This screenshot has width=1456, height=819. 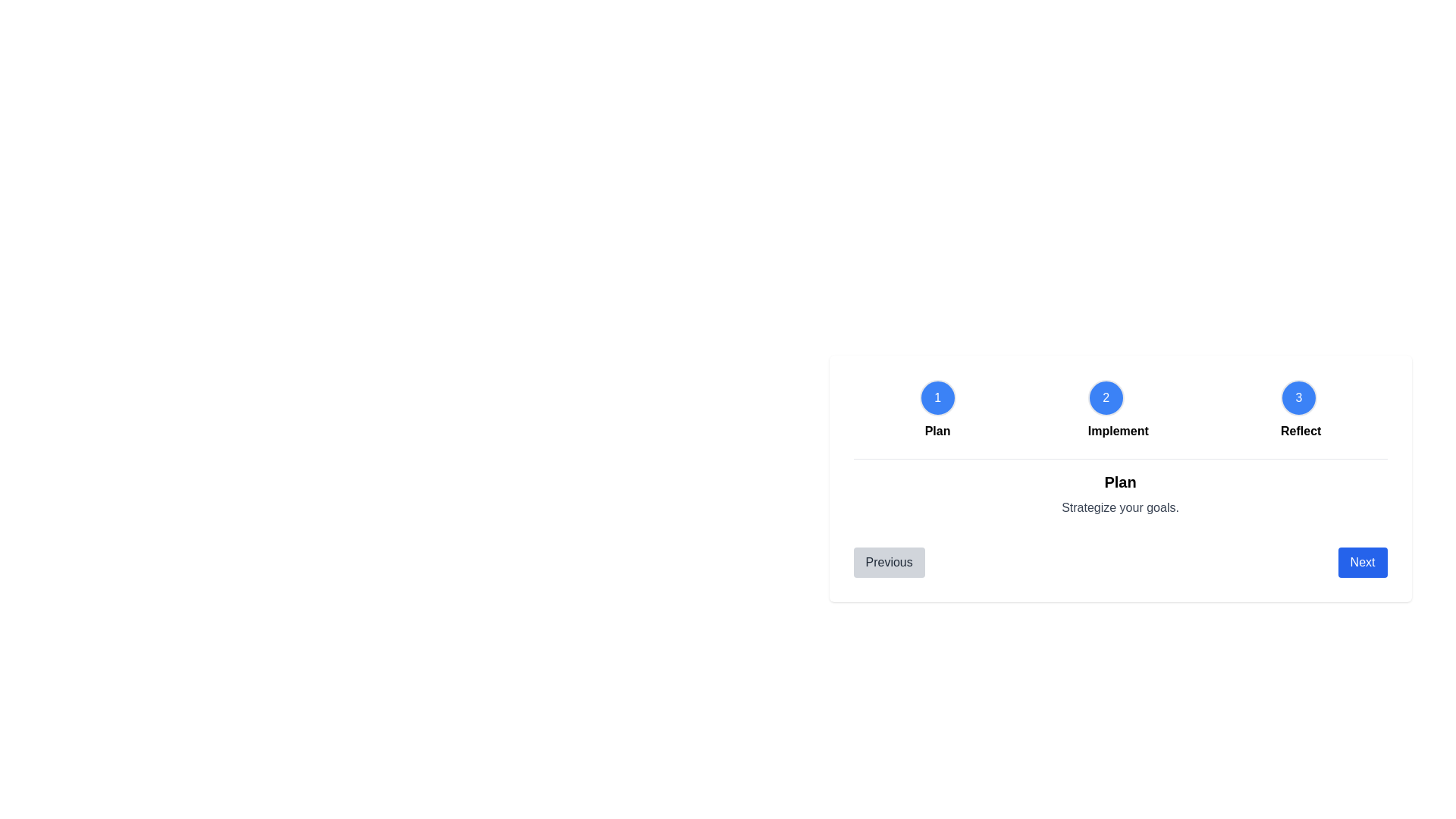 I want to click on the text content of the current milestone step, so click(x=1120, y=482).